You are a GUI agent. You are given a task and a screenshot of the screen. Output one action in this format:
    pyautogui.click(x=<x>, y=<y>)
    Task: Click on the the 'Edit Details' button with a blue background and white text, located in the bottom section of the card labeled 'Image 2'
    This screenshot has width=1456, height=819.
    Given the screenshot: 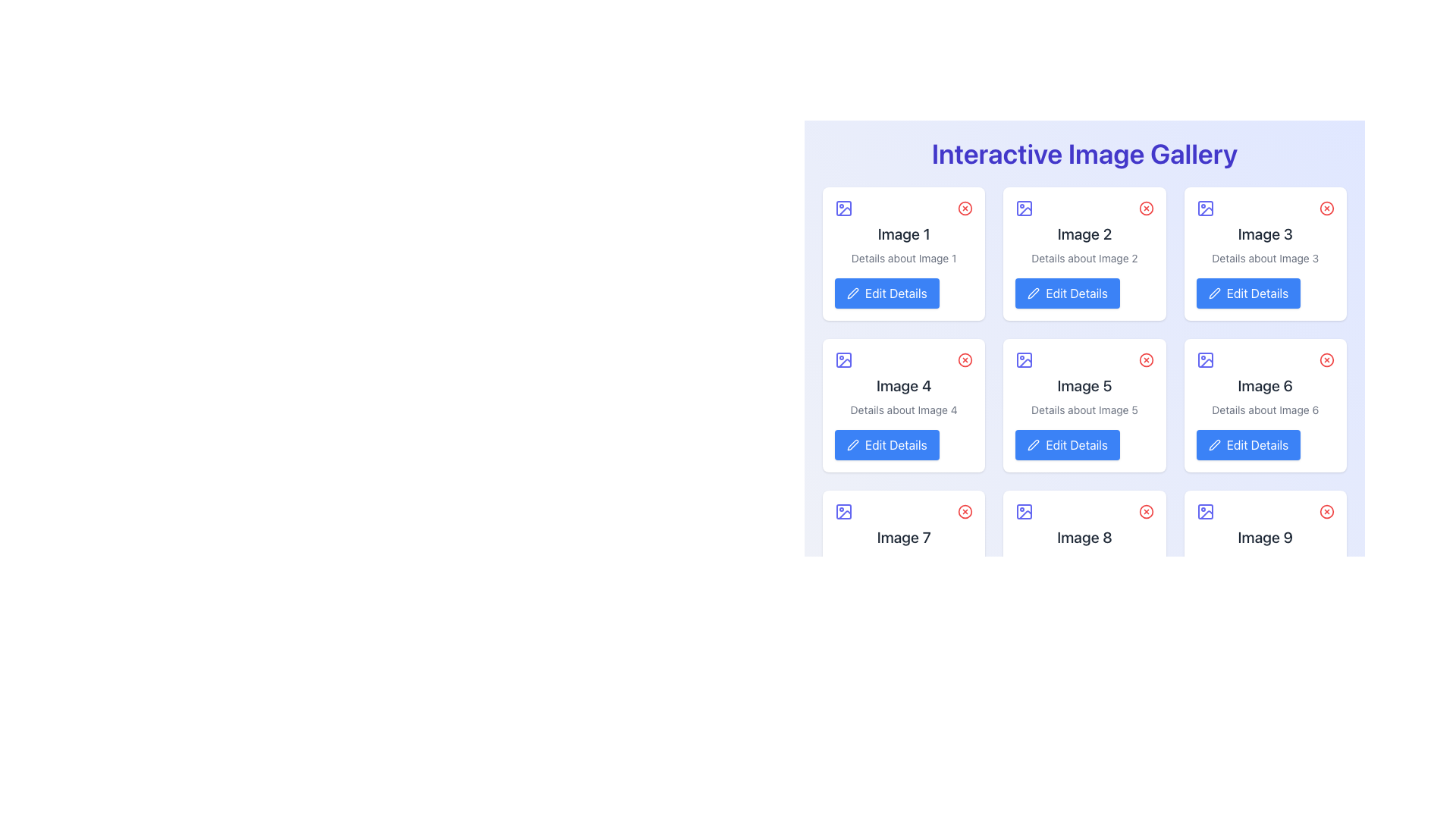 What is the action you would take?
    pyautogui.click(x=1066, y=293)
    